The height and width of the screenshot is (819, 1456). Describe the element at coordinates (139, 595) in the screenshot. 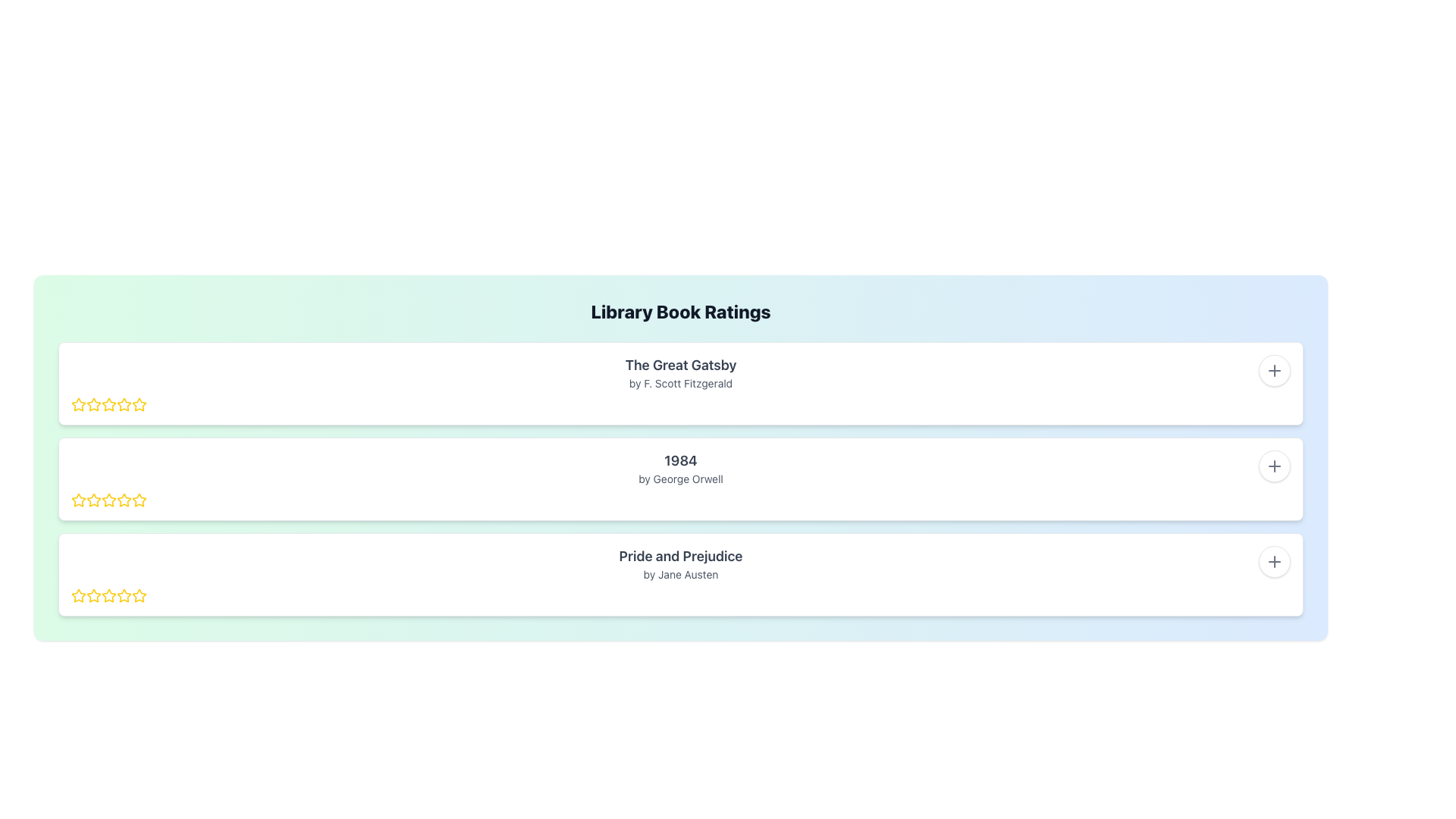

I see `the fourth star rating icon for the book 'Pride and Prejudice' by Jane Austen` at that location.